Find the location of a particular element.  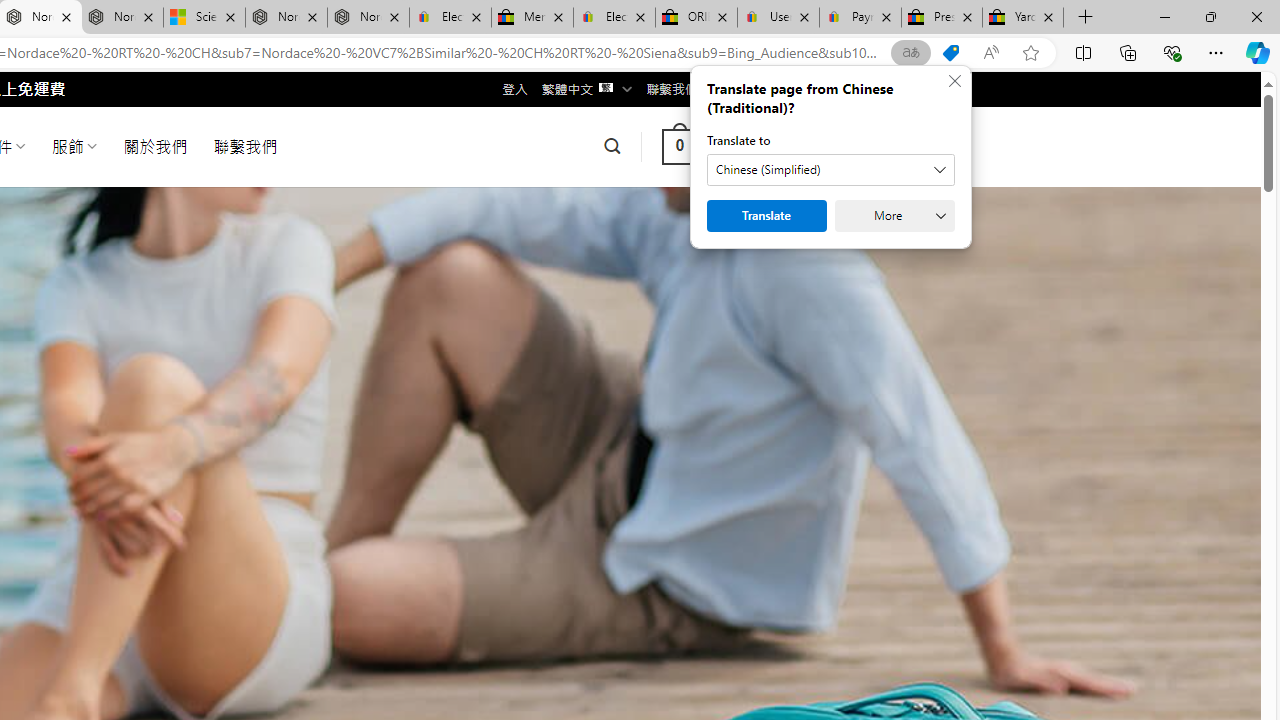

'  0  ' is located at coordinates (679, 145).